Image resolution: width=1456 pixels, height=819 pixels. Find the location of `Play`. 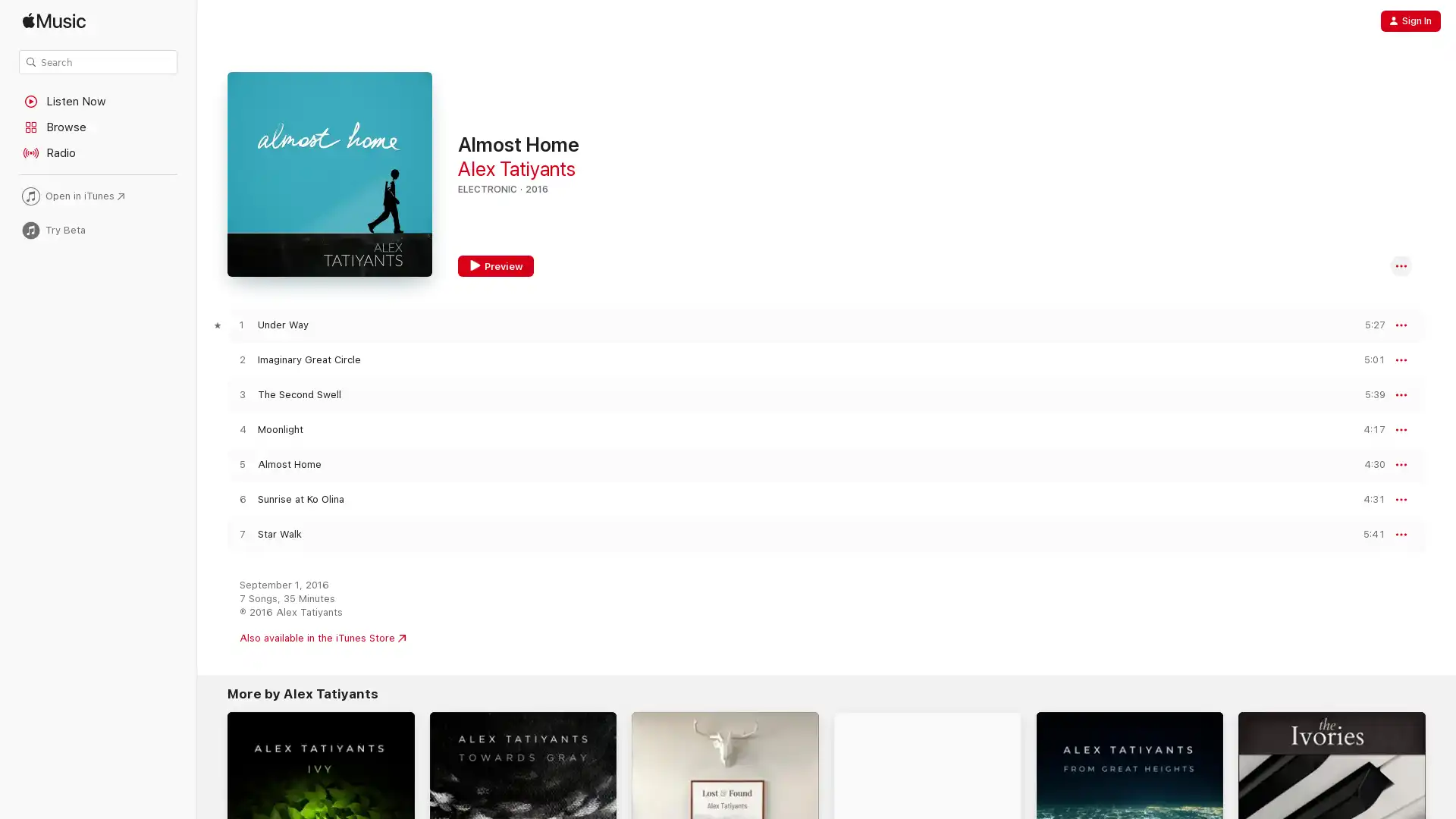

Play is located at coordinates (241, 429).